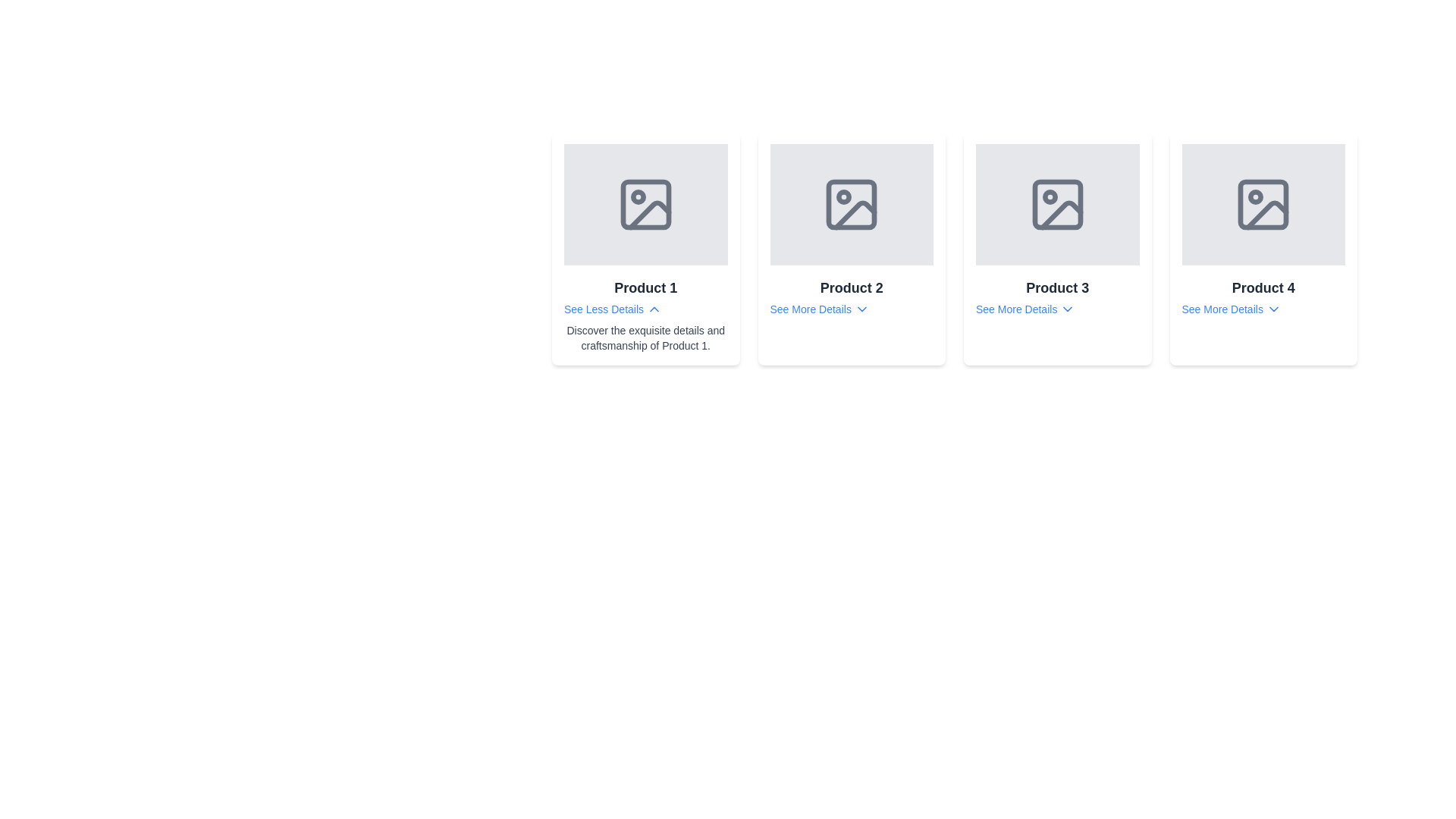  Describe the element at coordinates (1056, 288) in the screenshot. I see `the 'Product 3' text label, which is displayed in bold and larger font within a white card layout, centrally positioned below an image placeholder and above the 'See More Details' link` at that location.